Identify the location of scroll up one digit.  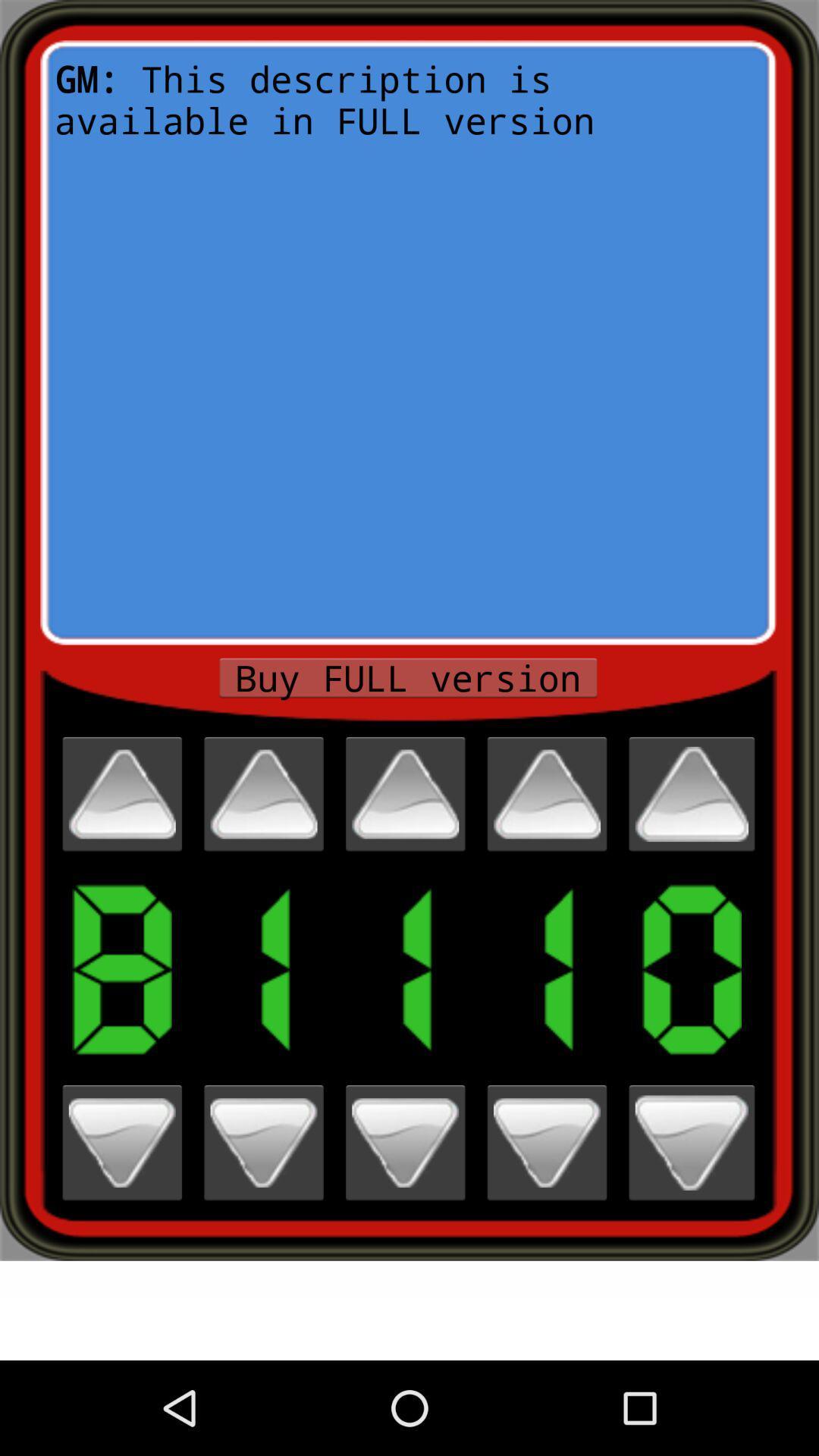
(547, 793).